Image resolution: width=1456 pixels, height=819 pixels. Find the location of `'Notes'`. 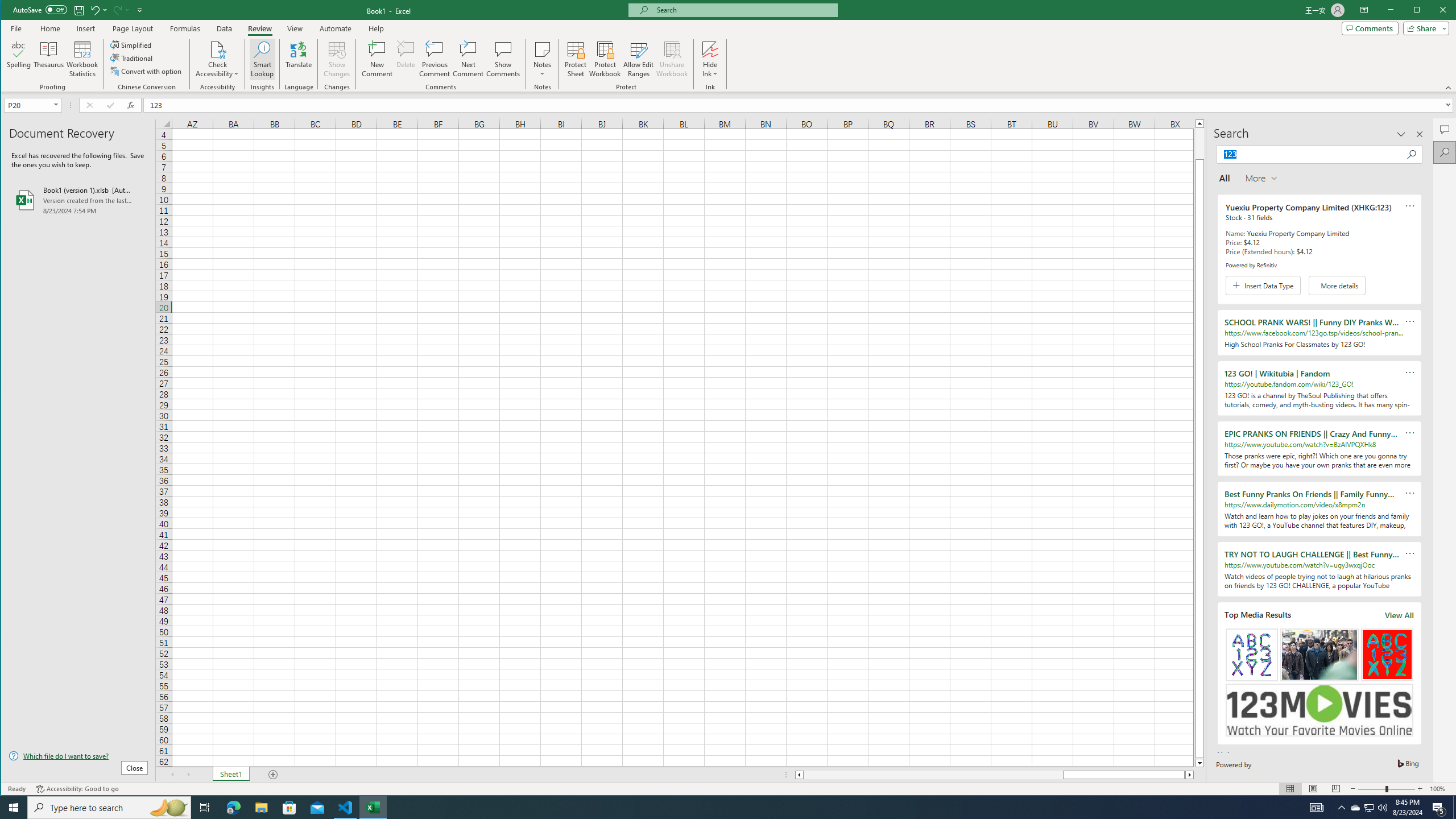

'Notes' is located at coordinates (542, 59).